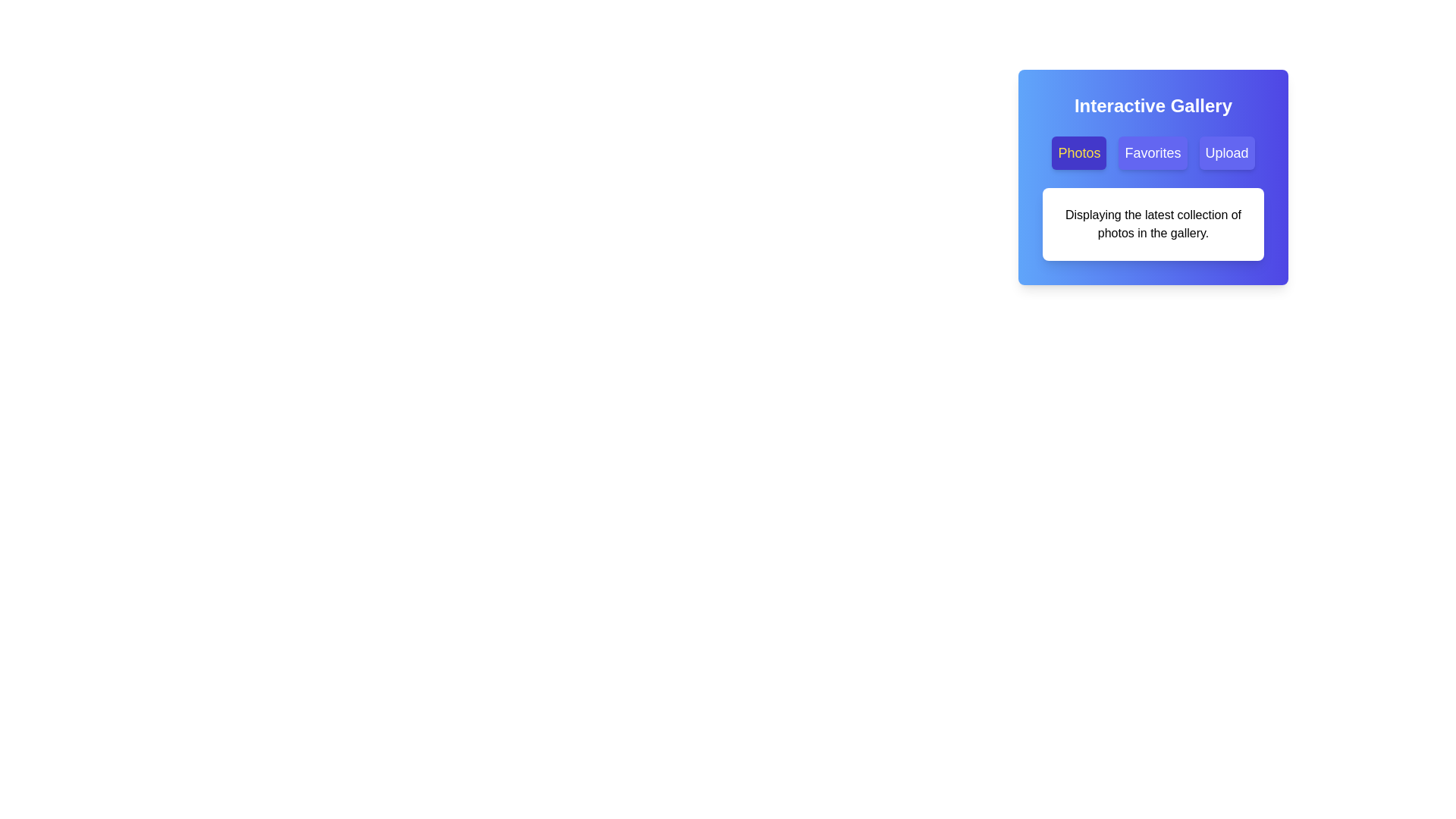 This screenshot has width=1456, height=819. Describe the element at coordinates (1153, 152) in the screenshot. I see `the 'Favorites' button, which is a rounded rectangle with a purple background and white text, located in the upper-right section between the 'Photos' and 'Upload' buttons` at that location.